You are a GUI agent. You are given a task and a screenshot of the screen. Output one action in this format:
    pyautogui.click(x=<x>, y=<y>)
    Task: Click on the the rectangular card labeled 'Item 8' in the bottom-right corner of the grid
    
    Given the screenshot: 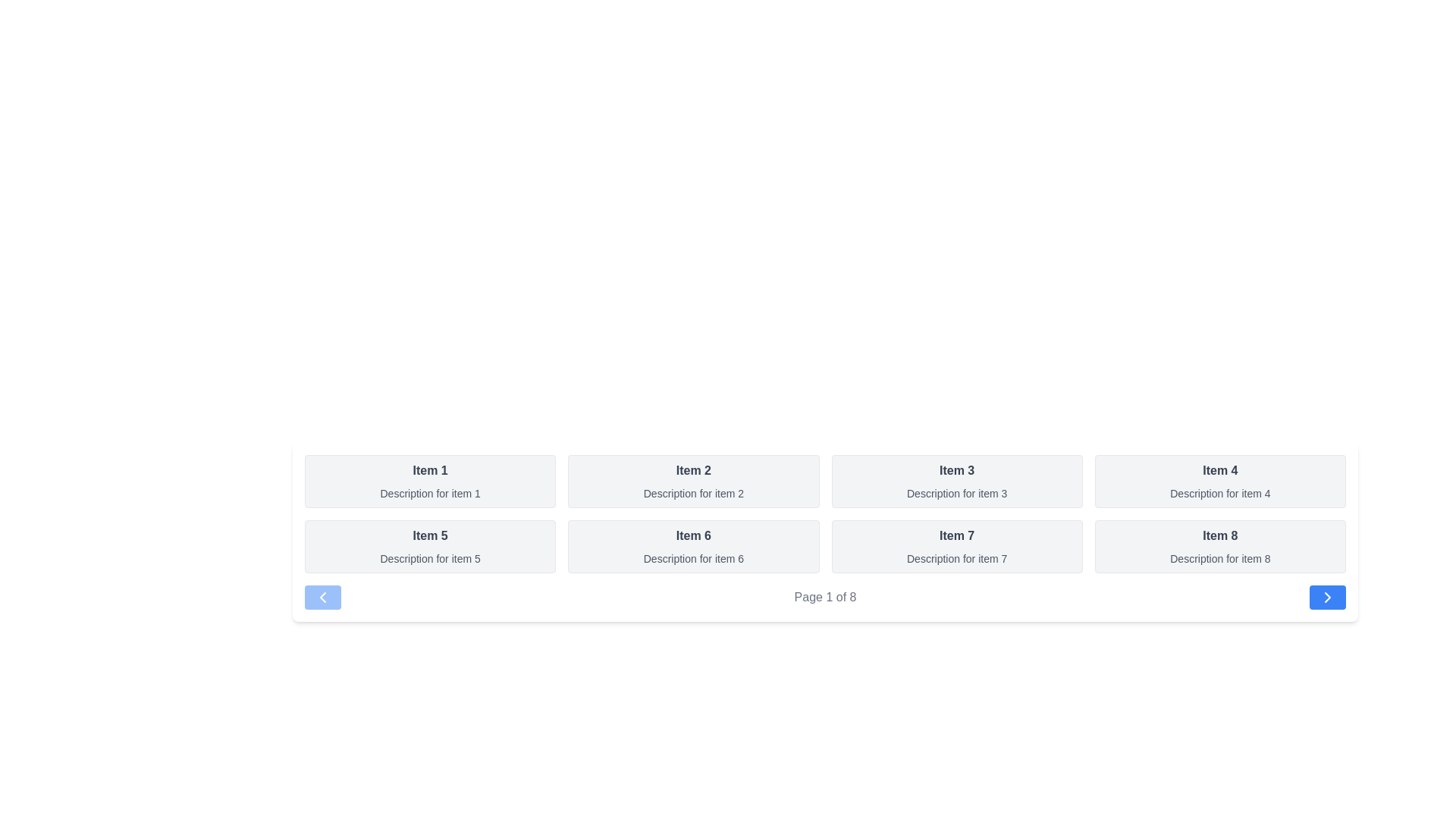 What is the action you would take?
    pyautogui.click(x=1220, y=547)
    